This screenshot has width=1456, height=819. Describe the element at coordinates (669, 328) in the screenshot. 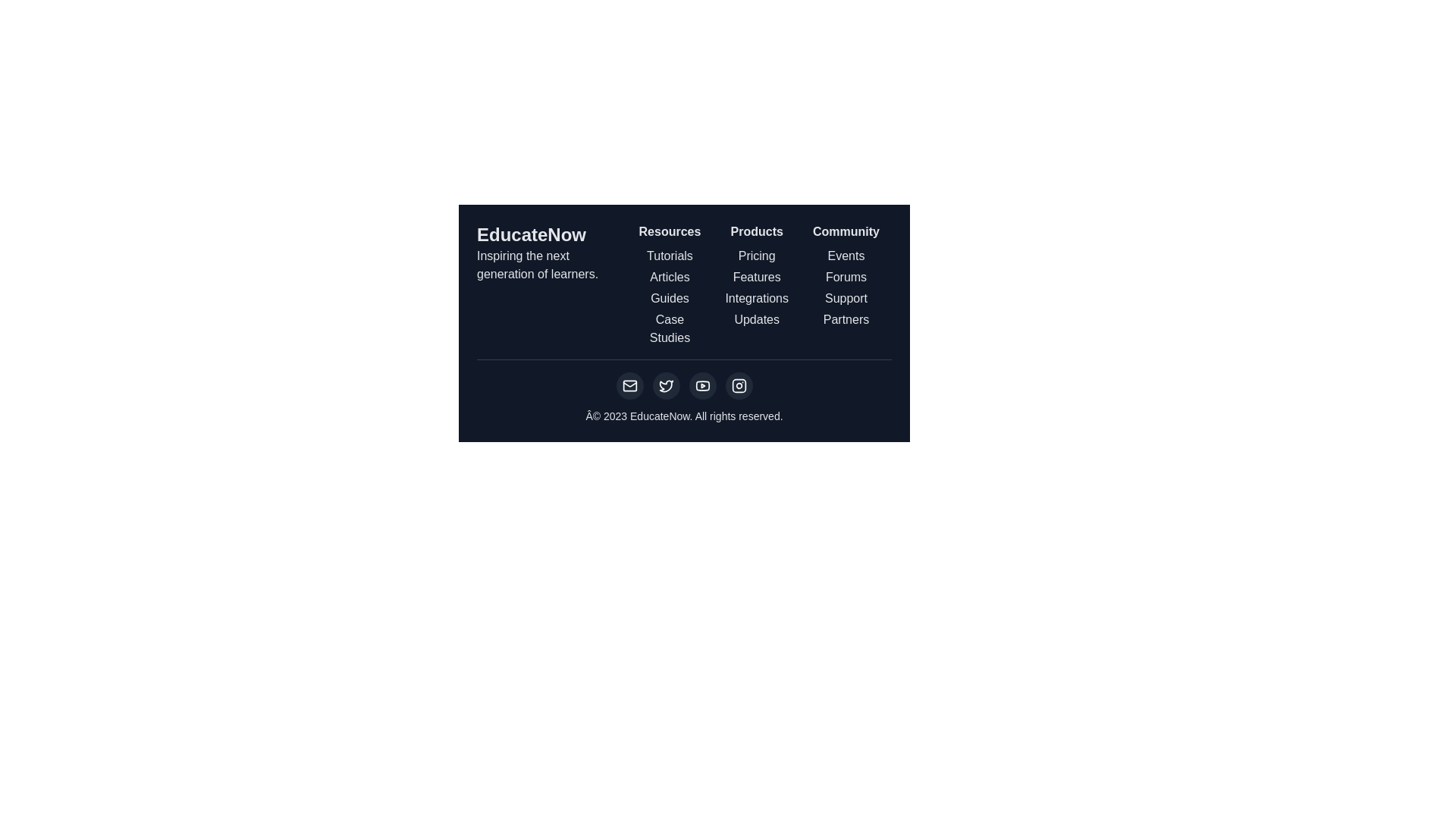

I see `the 'Case Studies' navigation link text located as the fourth item in the 'Resources' column of the footer, beneath the 'Guides' text` at that location.